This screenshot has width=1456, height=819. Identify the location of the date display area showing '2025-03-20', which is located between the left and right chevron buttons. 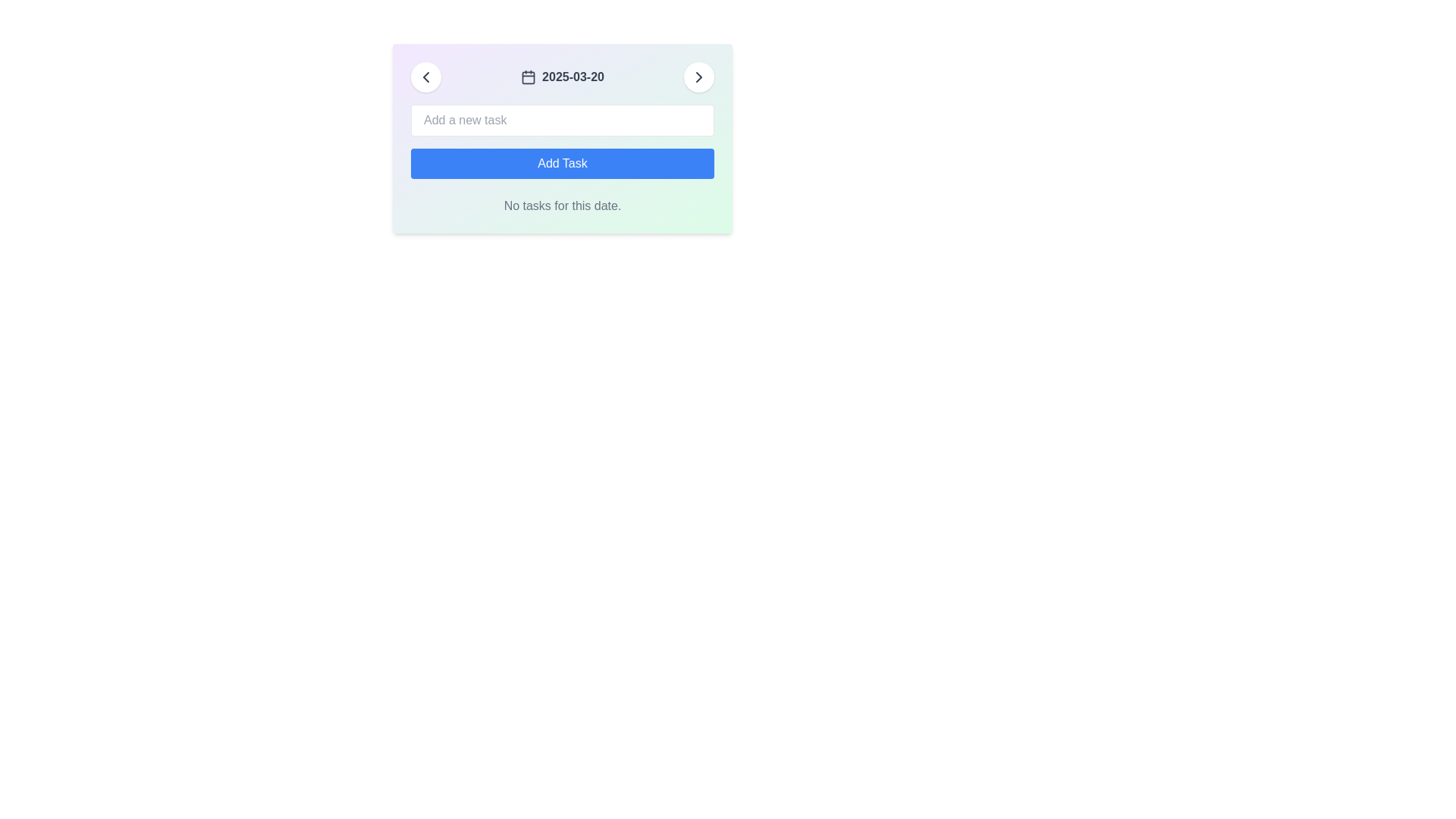
(562, 77).